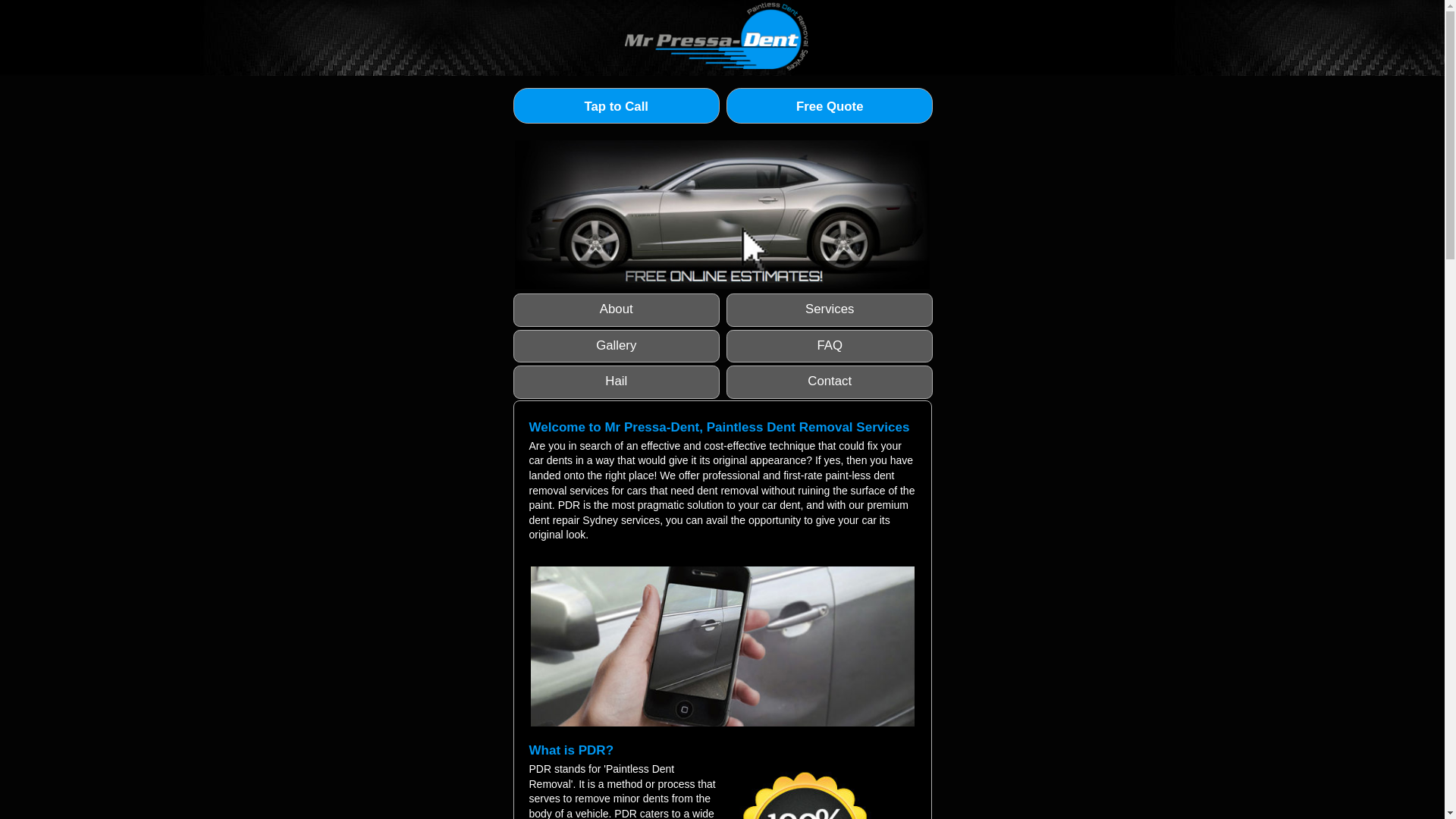 The height and width of the screenshot is (819, 1456). Describe the element at coordinates (829, 346) in the screenshot. I see `'FAQ'` at that location.